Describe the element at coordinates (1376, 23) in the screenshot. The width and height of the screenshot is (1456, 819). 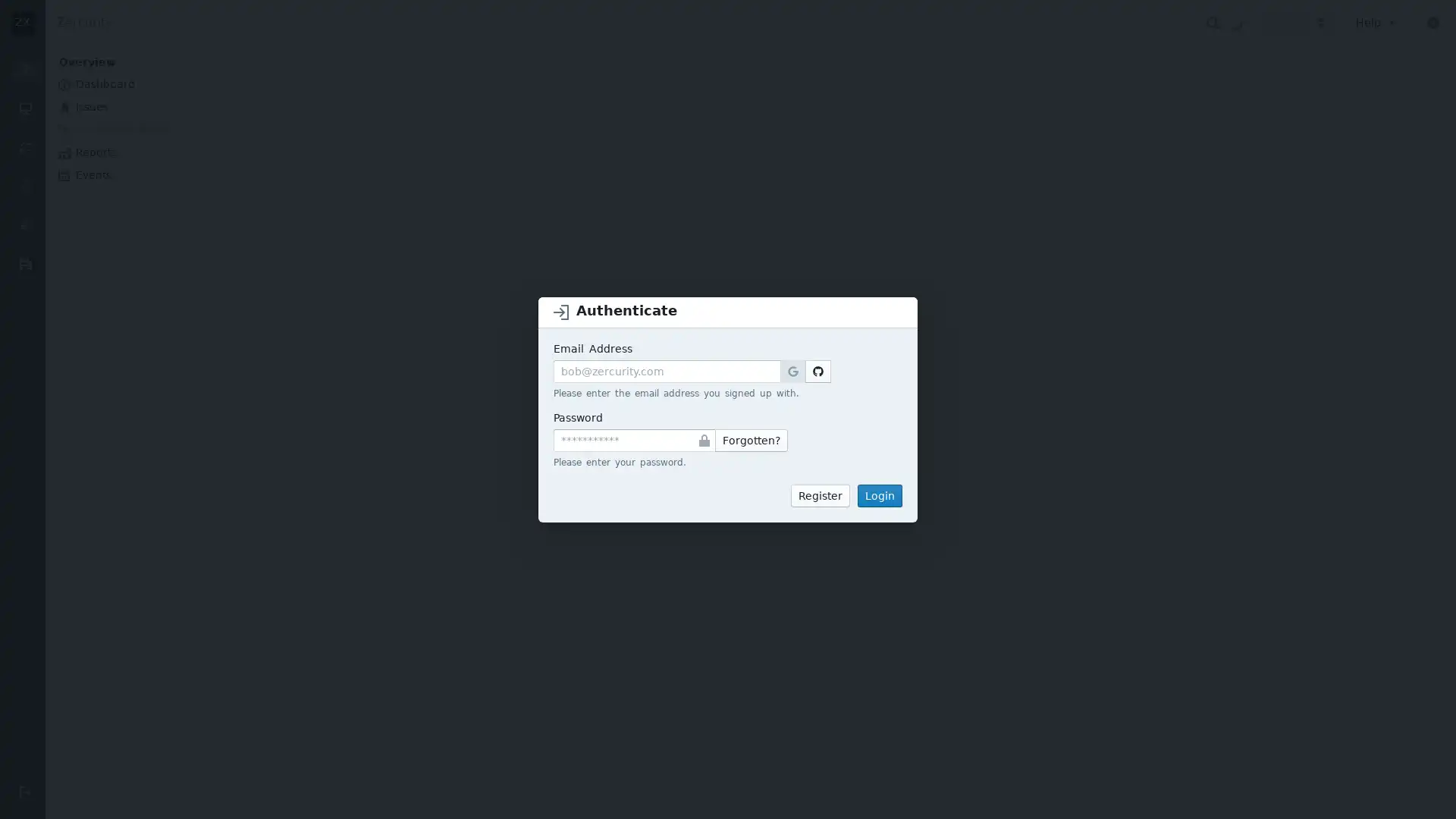
I see `Help` at that location.